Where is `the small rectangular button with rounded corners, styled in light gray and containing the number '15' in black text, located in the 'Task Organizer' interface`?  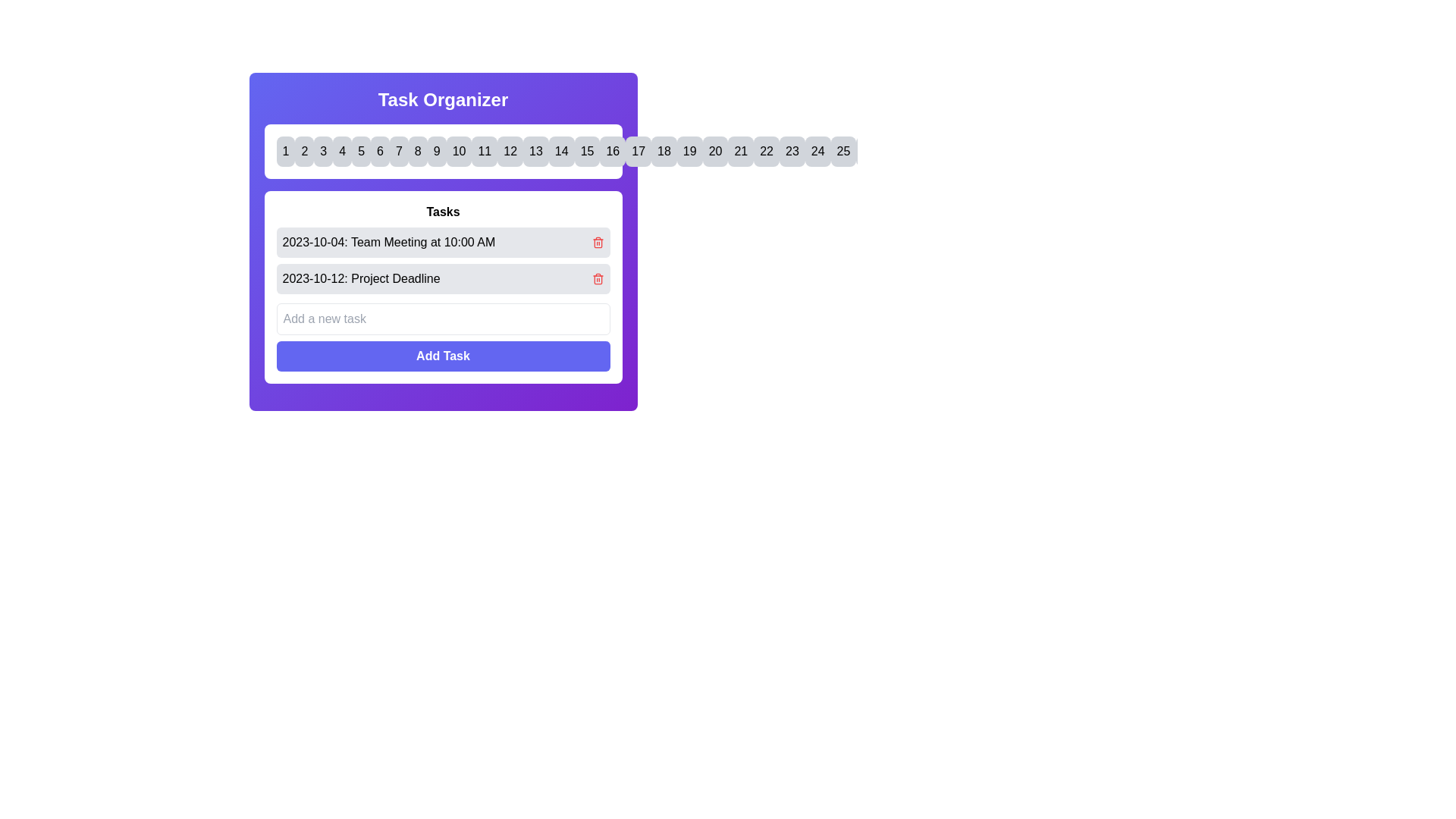
the small rectangular button with rounded corners, styled in light gray and containing the number '15' in black text, located in the 'Task Organizer' interface is located at coordinates (586, 152).